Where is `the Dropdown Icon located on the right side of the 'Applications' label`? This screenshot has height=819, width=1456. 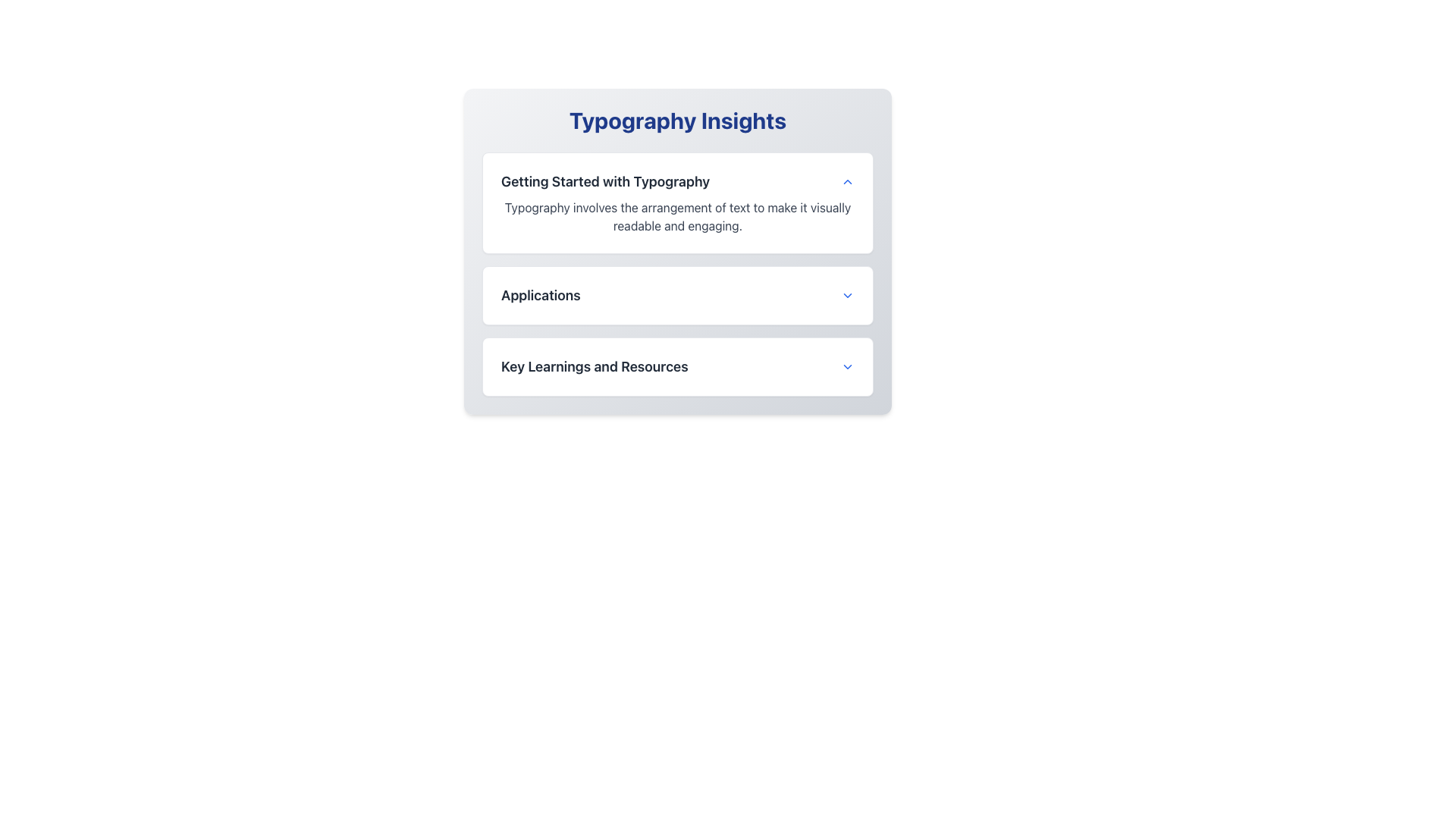 the Dropdown Icon located on the right side of the 'Applications' label is located at coordinates (847, 295).